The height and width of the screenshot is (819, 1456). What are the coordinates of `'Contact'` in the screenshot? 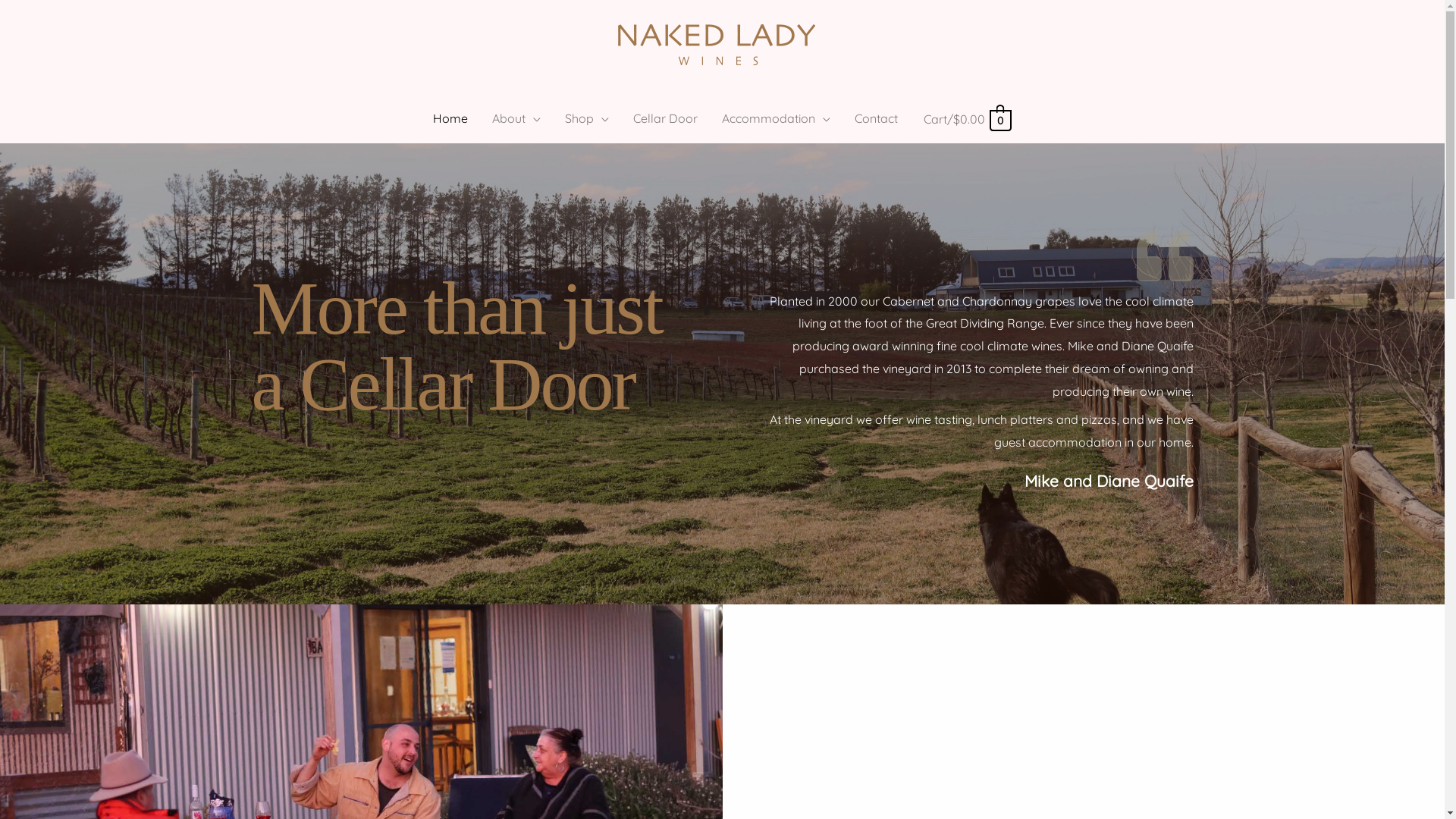 It's located at (876, 117).